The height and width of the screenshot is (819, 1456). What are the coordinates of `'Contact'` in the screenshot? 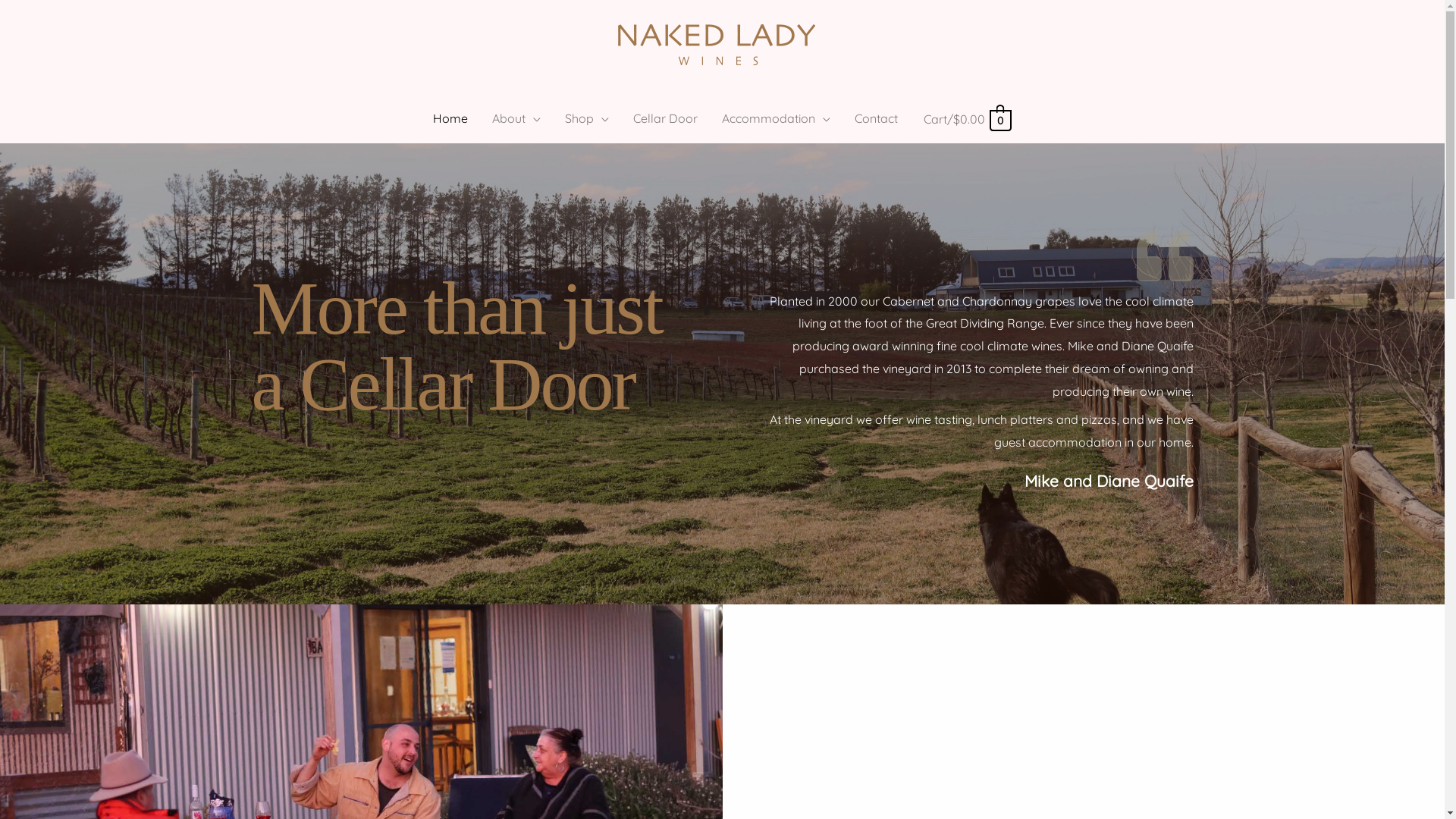 It's located at (876, 117).